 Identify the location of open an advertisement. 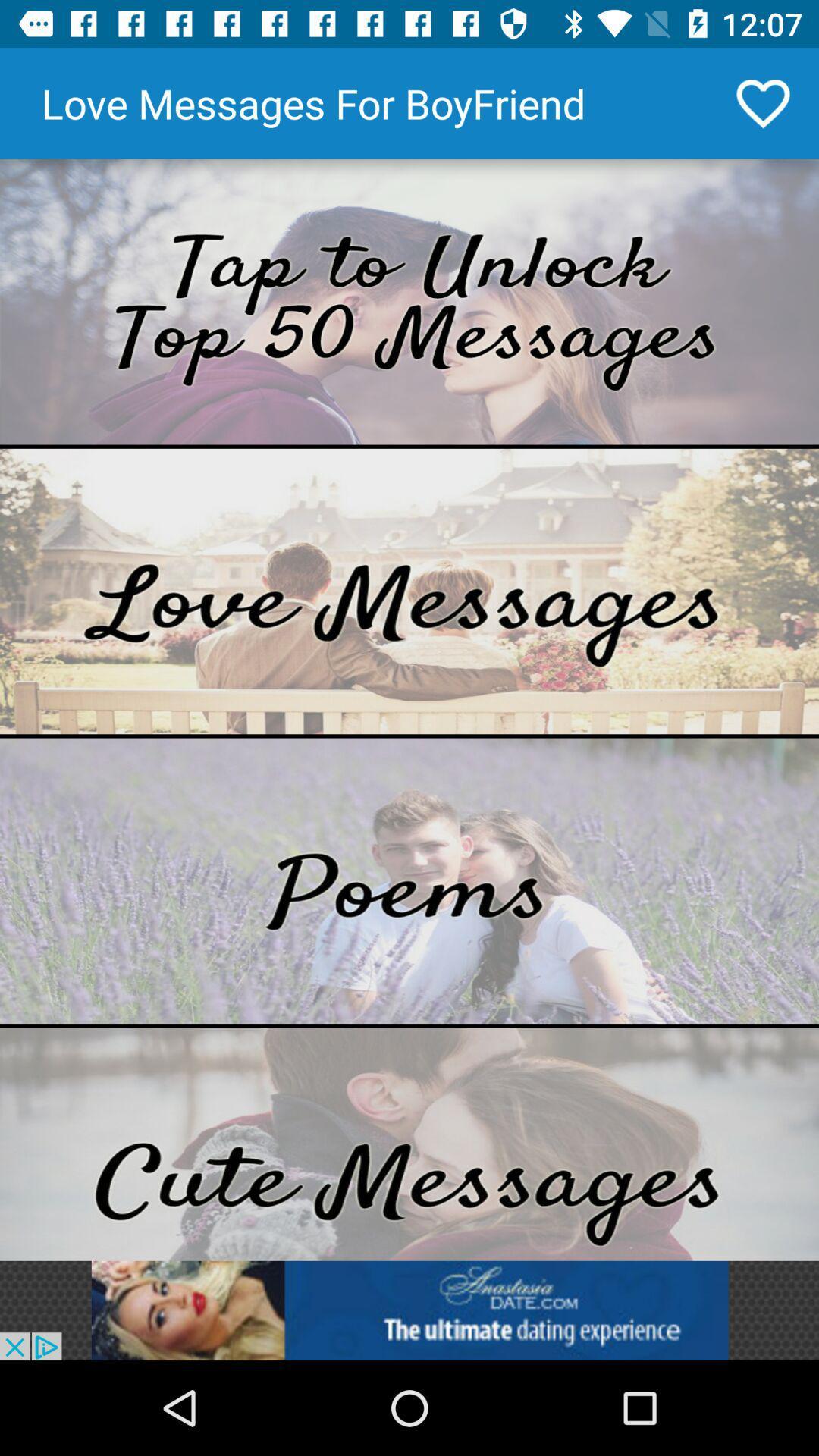
(409, 1310).